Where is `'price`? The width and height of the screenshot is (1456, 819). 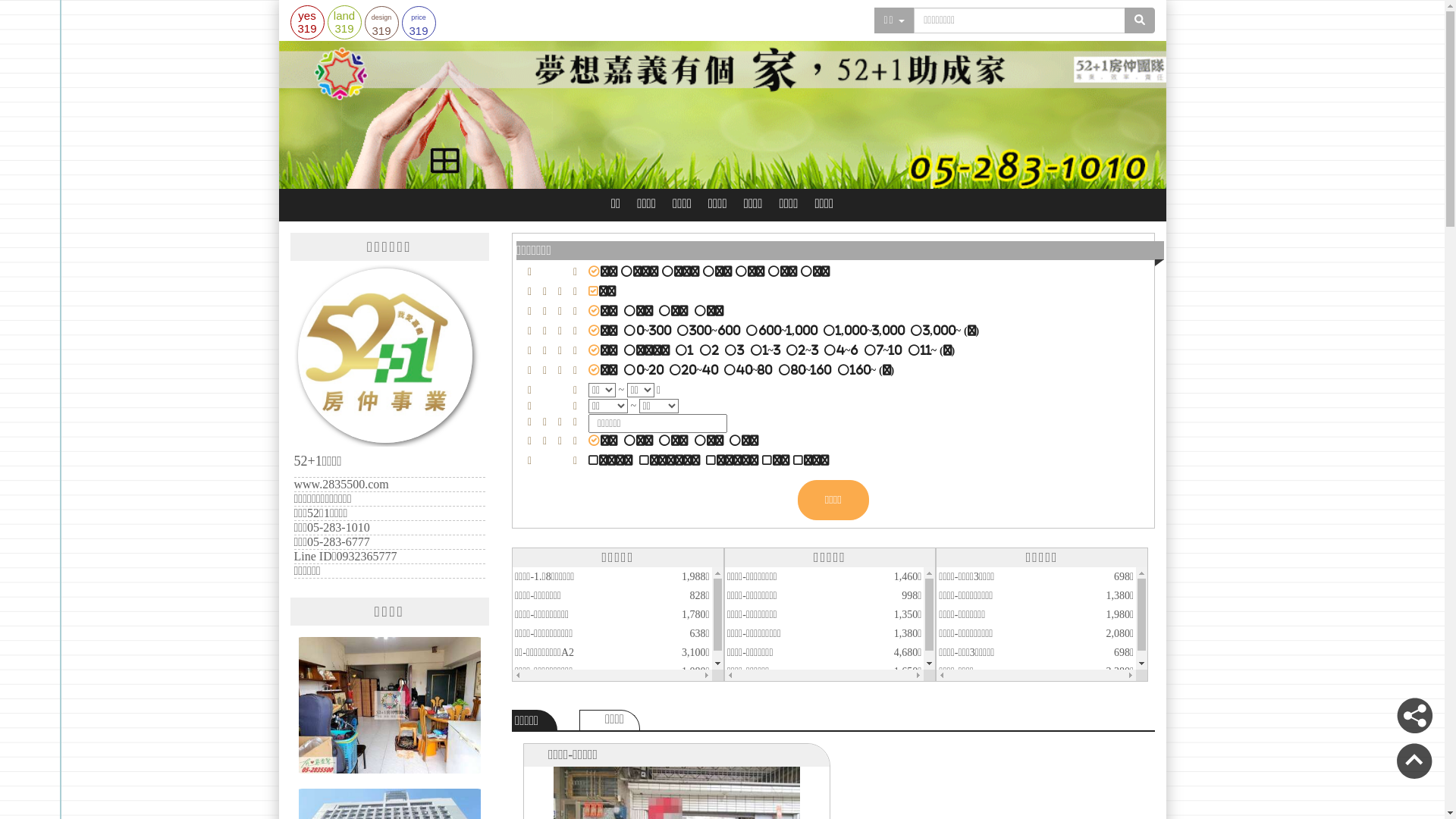 'price is located at coordinates (419, 23).